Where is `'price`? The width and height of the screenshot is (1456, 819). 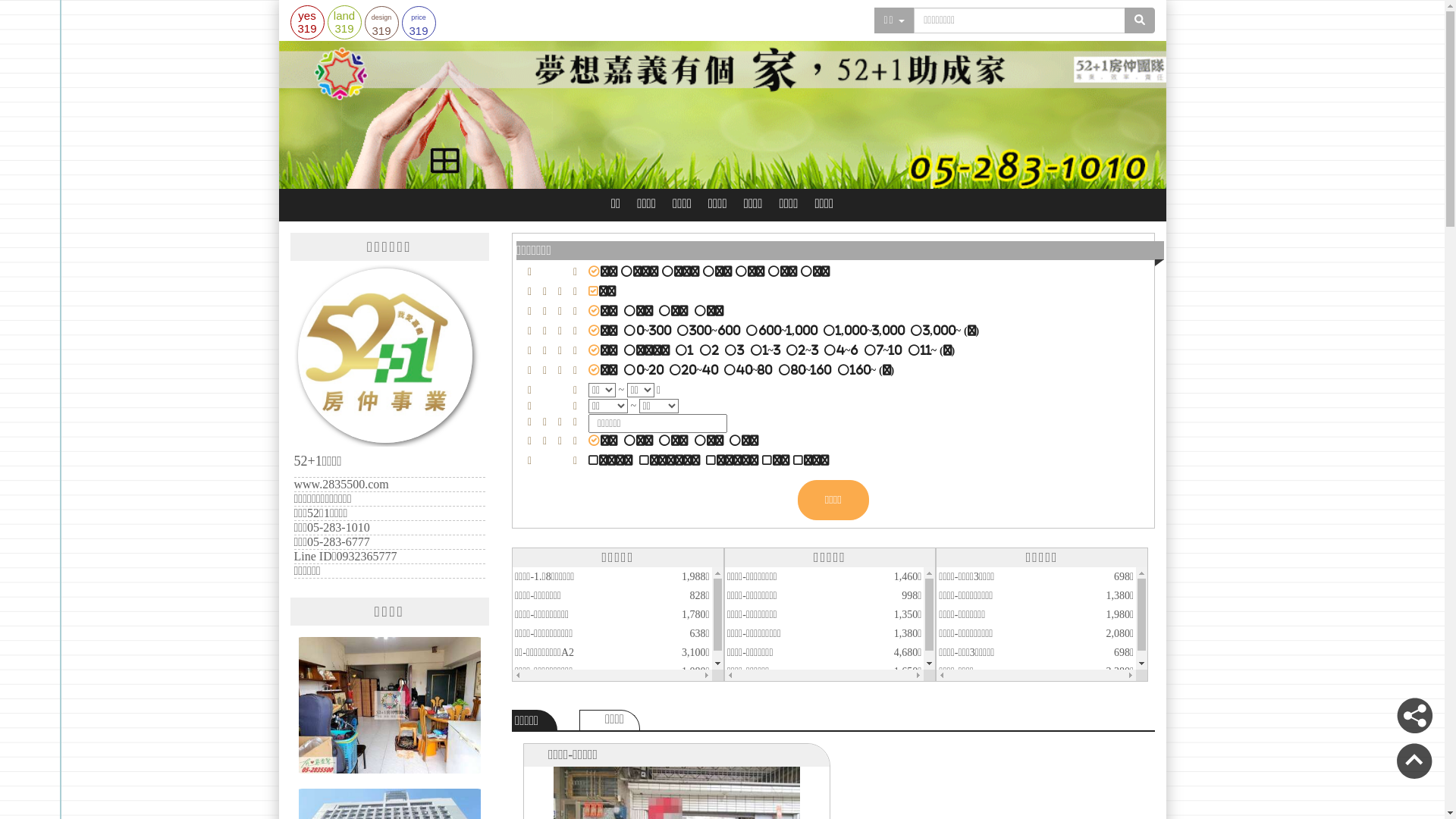 'price is located at coordinates (419, 23).